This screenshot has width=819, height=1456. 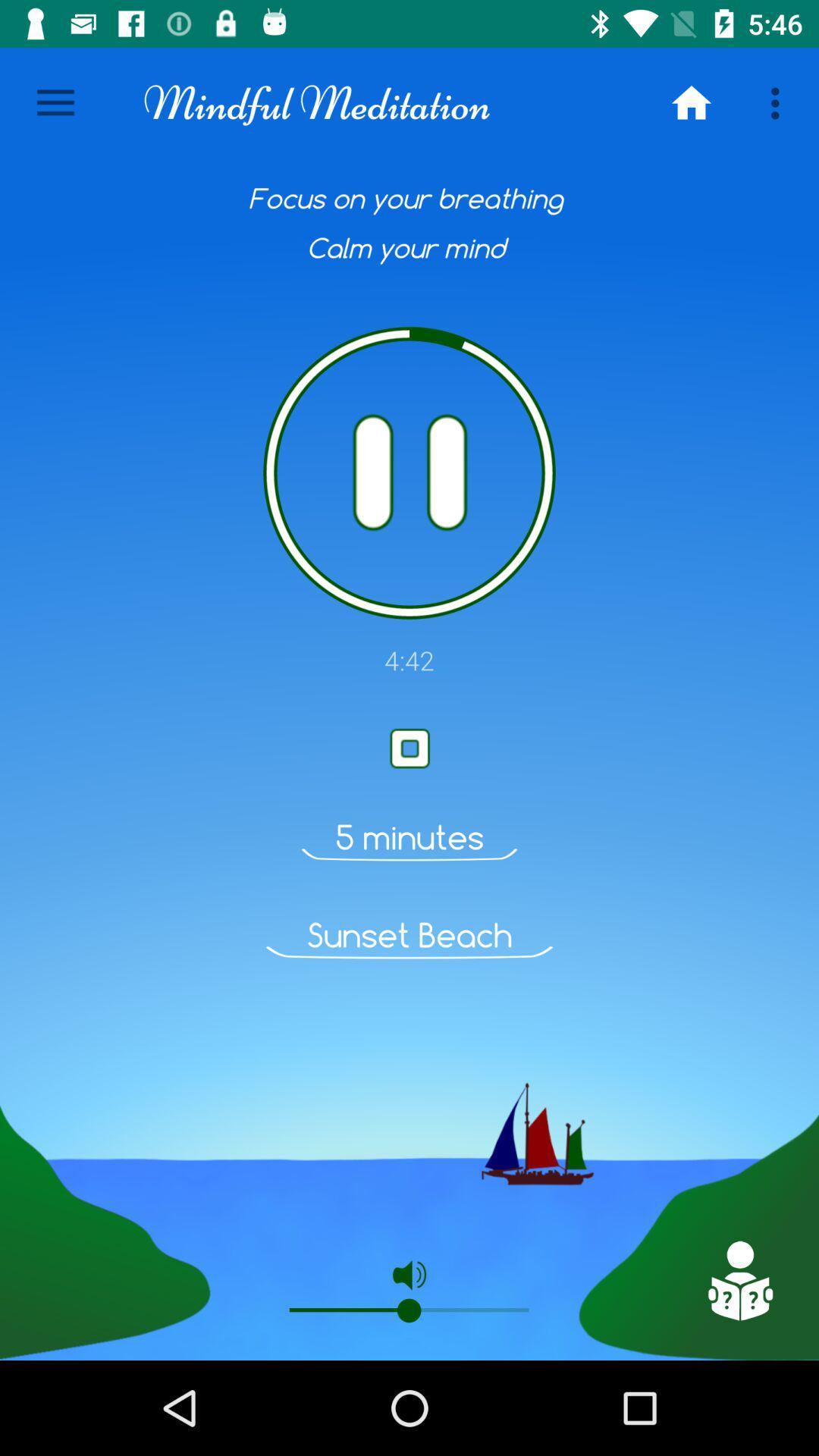 I want to click on button, so click(x=409, y=748).